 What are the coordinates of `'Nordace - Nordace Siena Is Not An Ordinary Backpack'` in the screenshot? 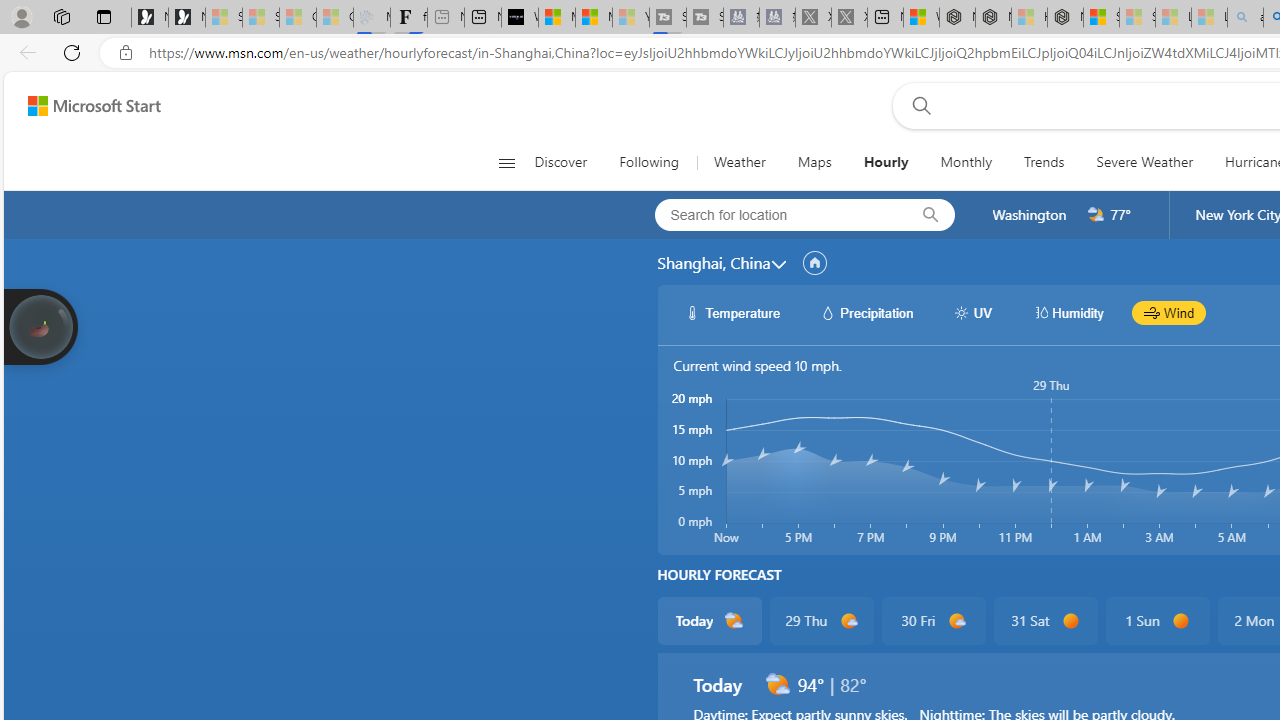 It's located at (1064, 17).